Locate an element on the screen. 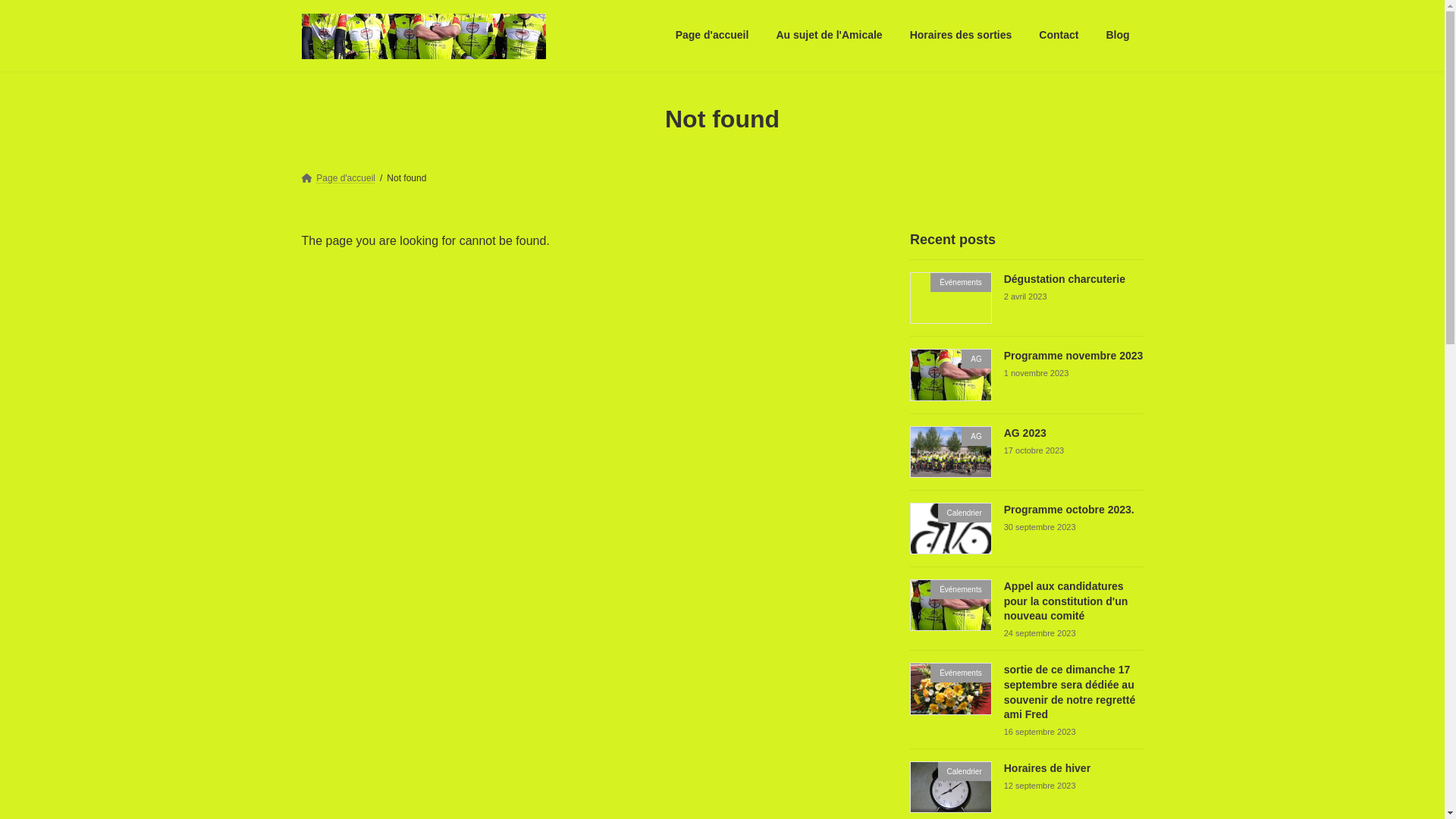 This screenshot has width=1456, height=819. 'Programme novembre 2023' is located at coordinates (1072, 356).